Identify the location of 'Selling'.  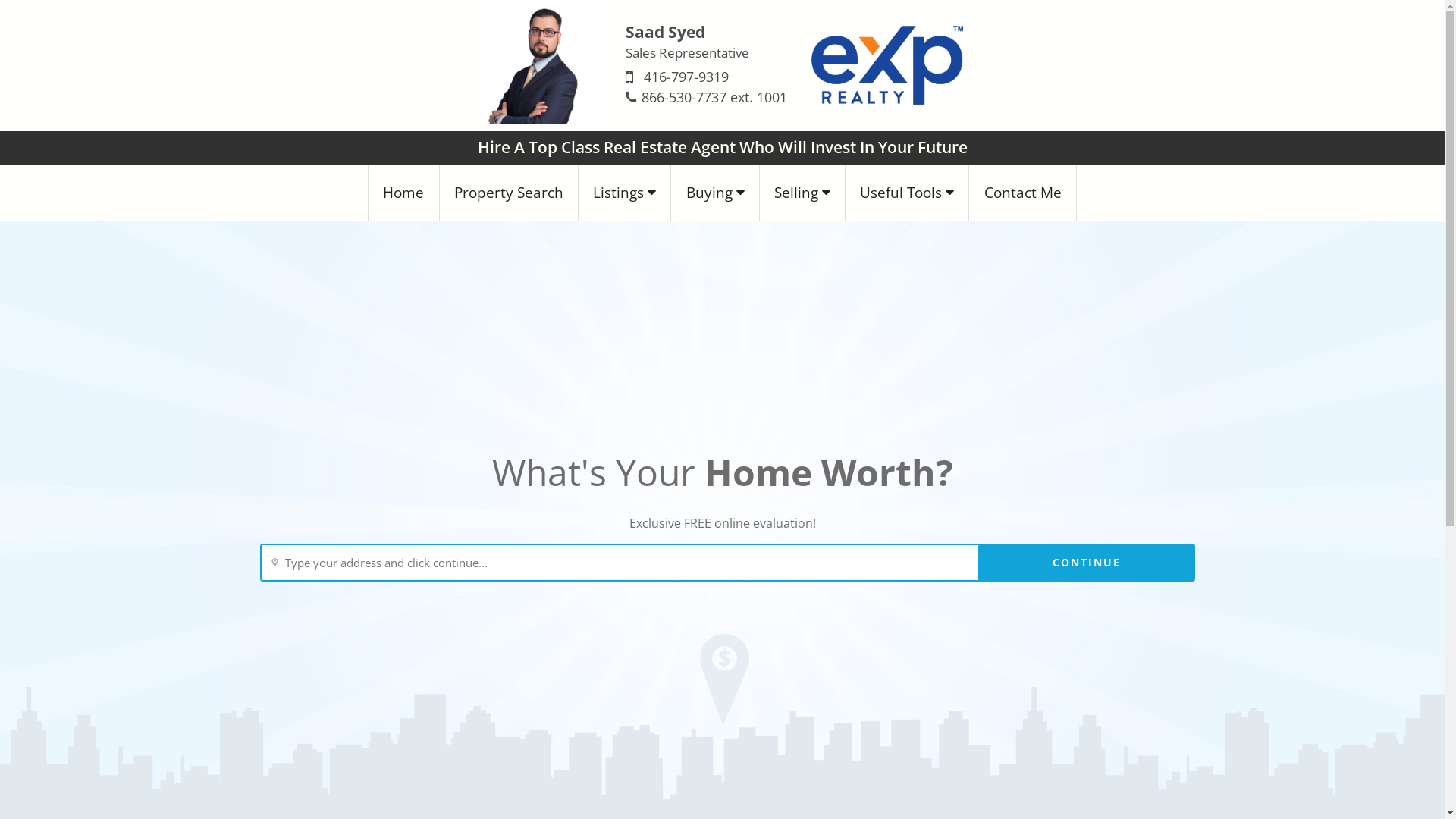
(802, 192).